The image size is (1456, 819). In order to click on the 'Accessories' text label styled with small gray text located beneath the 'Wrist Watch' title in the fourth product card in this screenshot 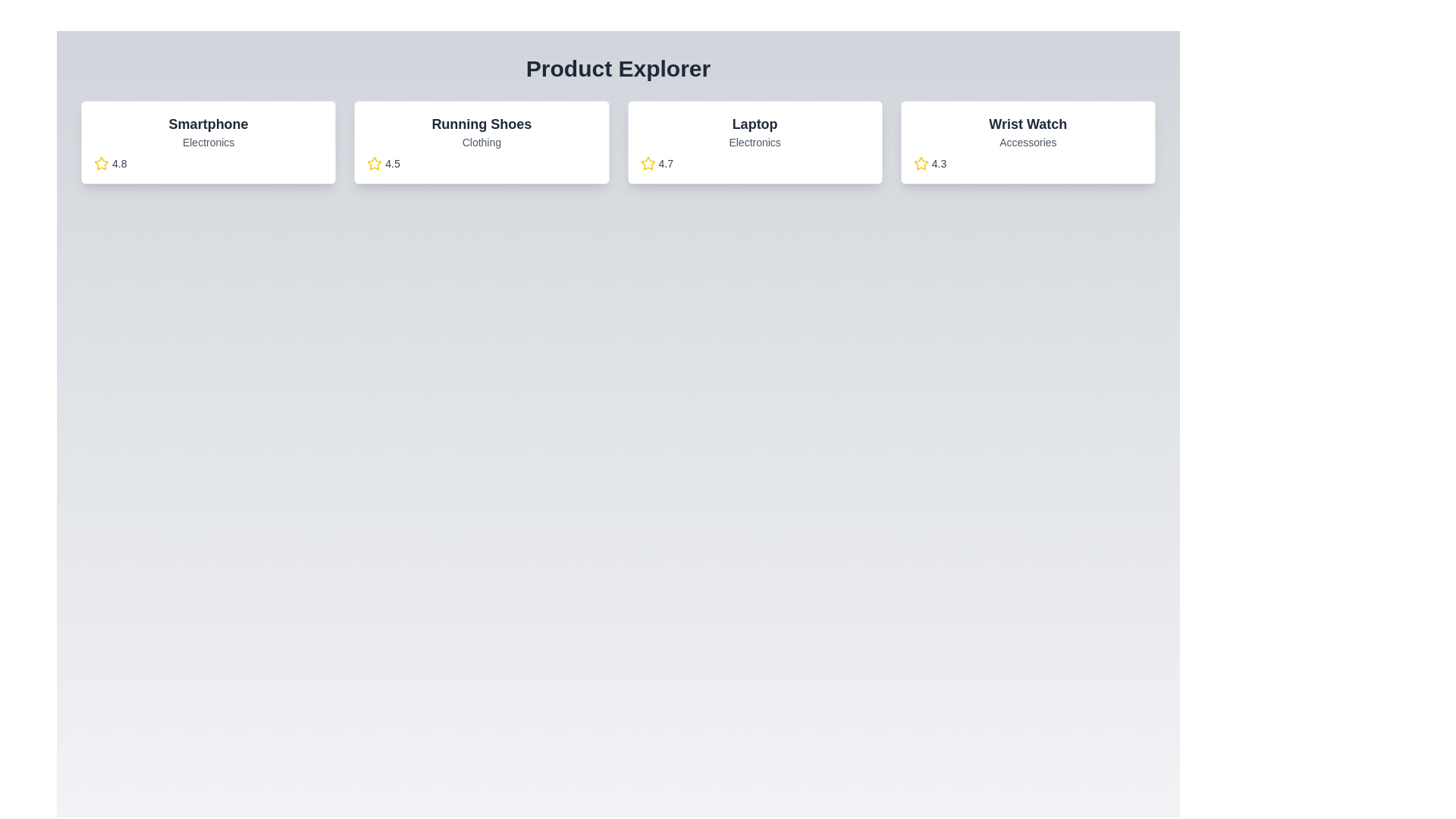, I will do `click(1028, 143)`.